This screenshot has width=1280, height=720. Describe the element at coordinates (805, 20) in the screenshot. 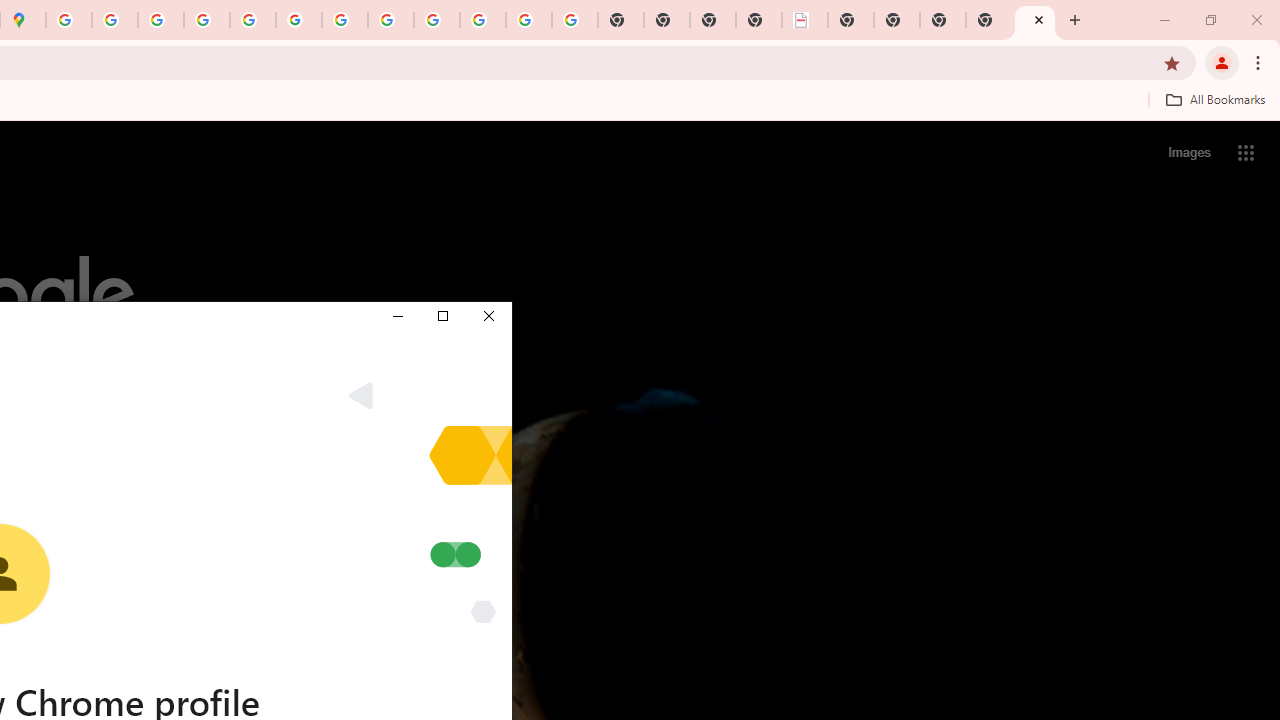

I see `'LAAD Defence & Security 2025 | BAE Systems'` at that location.